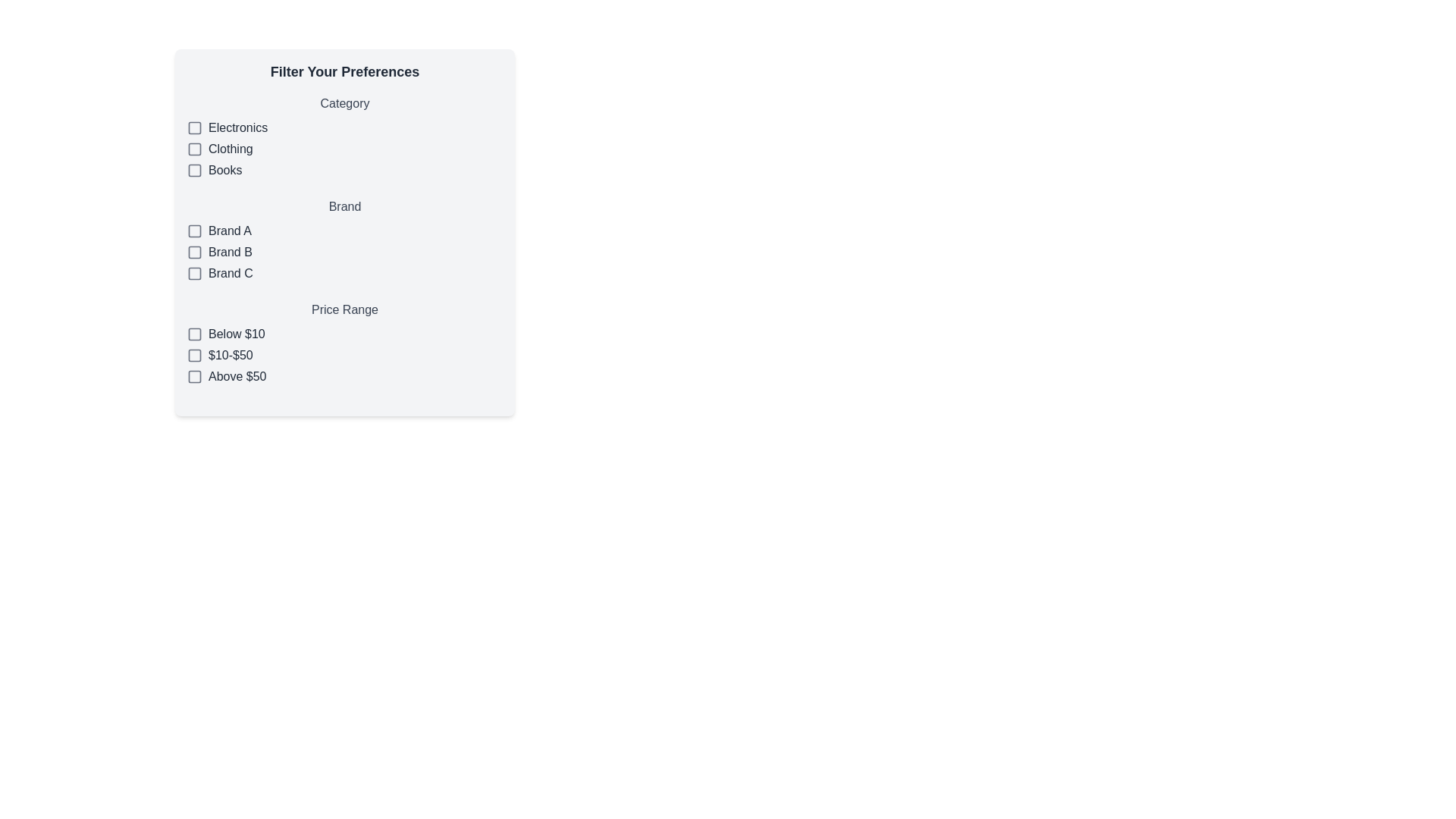 Image resolution: width=1456 pixels, height=819 pixels. Describe the element at coordinates (236, 333) in the screenshot. I see `the static text label that describes the checkbox option for filtering items priced below $10, located next to the checkbox in the 'Price Range' section` at that location.